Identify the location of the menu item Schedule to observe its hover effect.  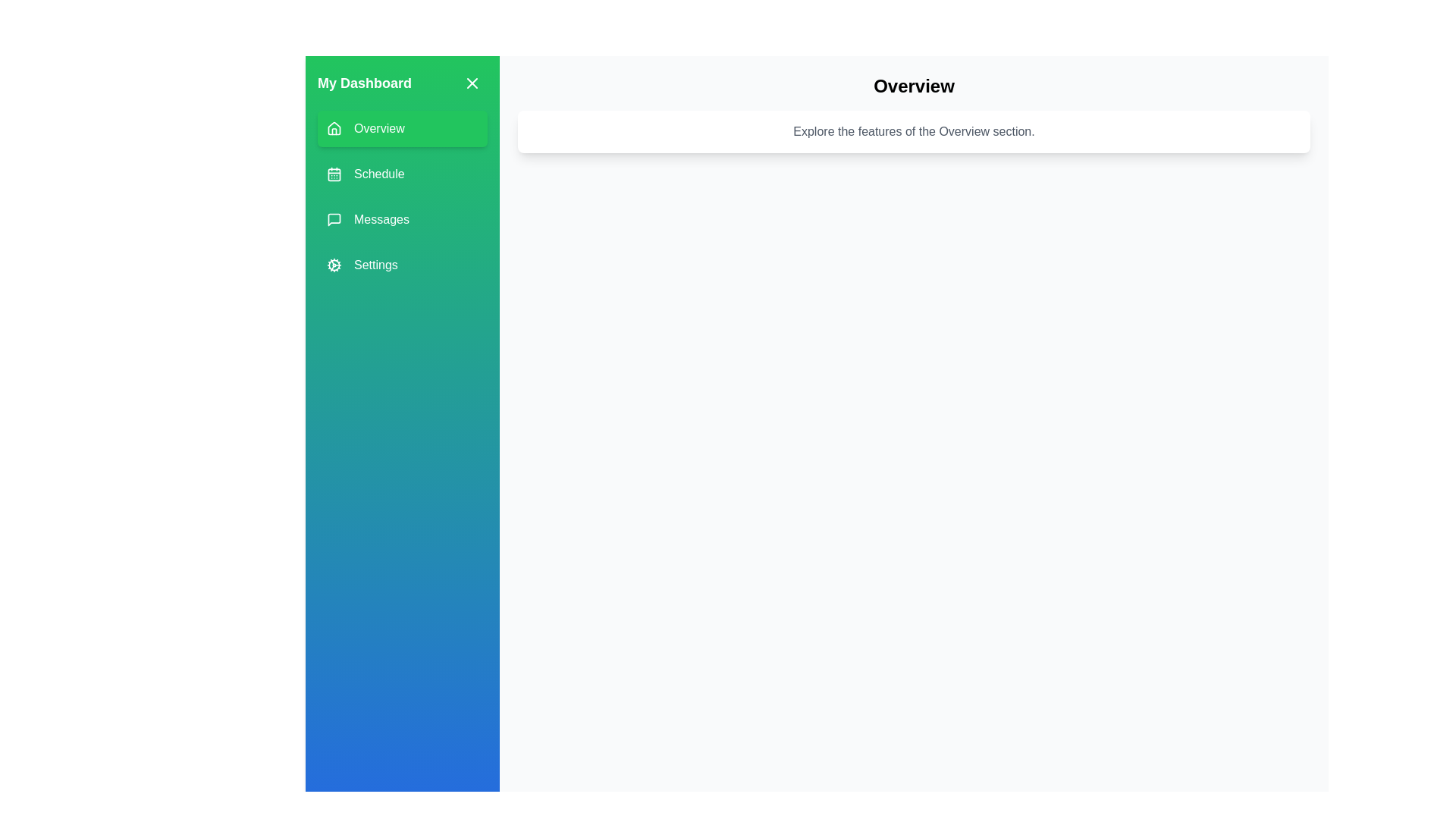
(403, 174).